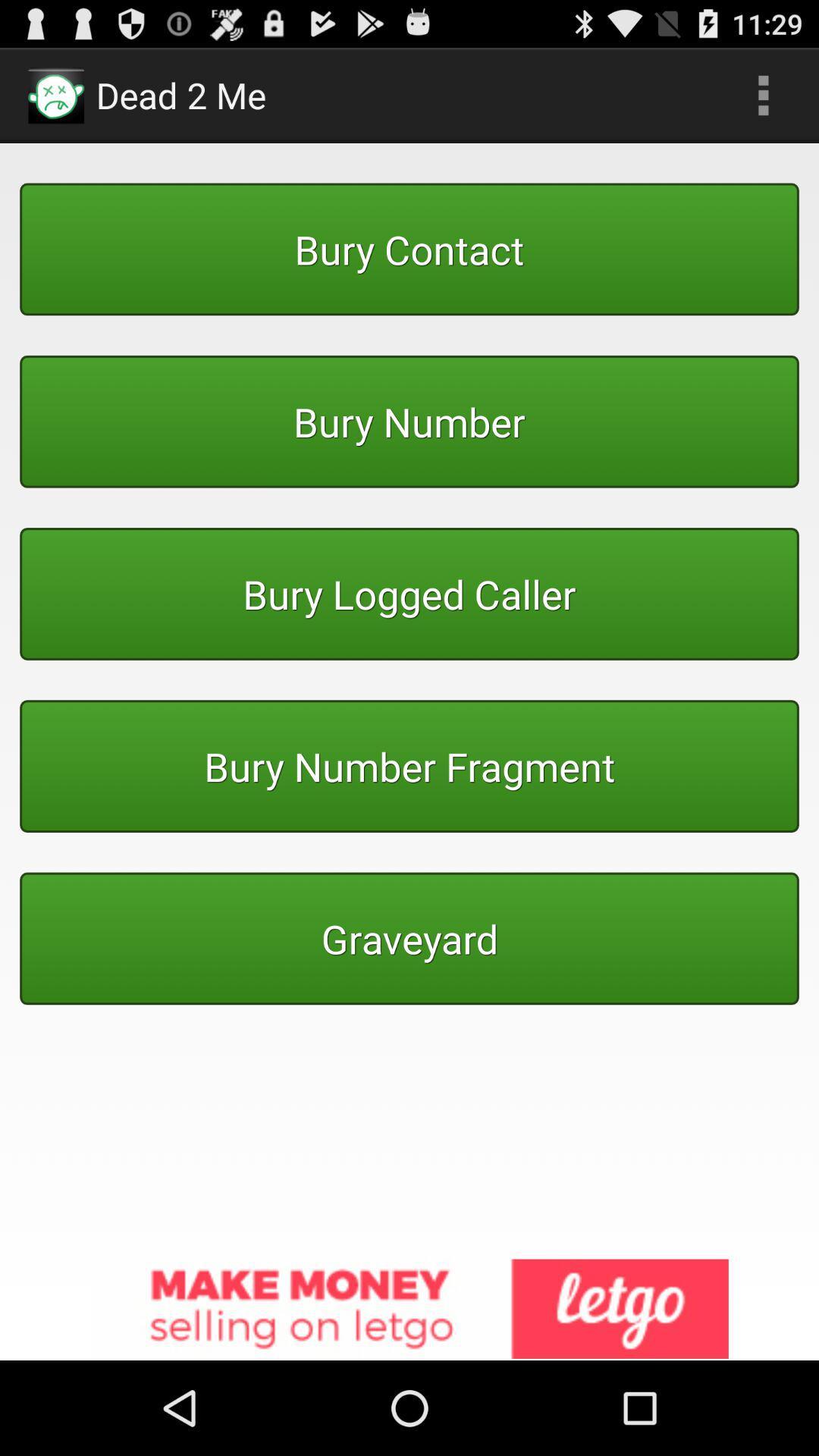 Image resolution: width=819 pixels, height=1456 pixels. I want to click on open advertisement, so click(409, 1309).